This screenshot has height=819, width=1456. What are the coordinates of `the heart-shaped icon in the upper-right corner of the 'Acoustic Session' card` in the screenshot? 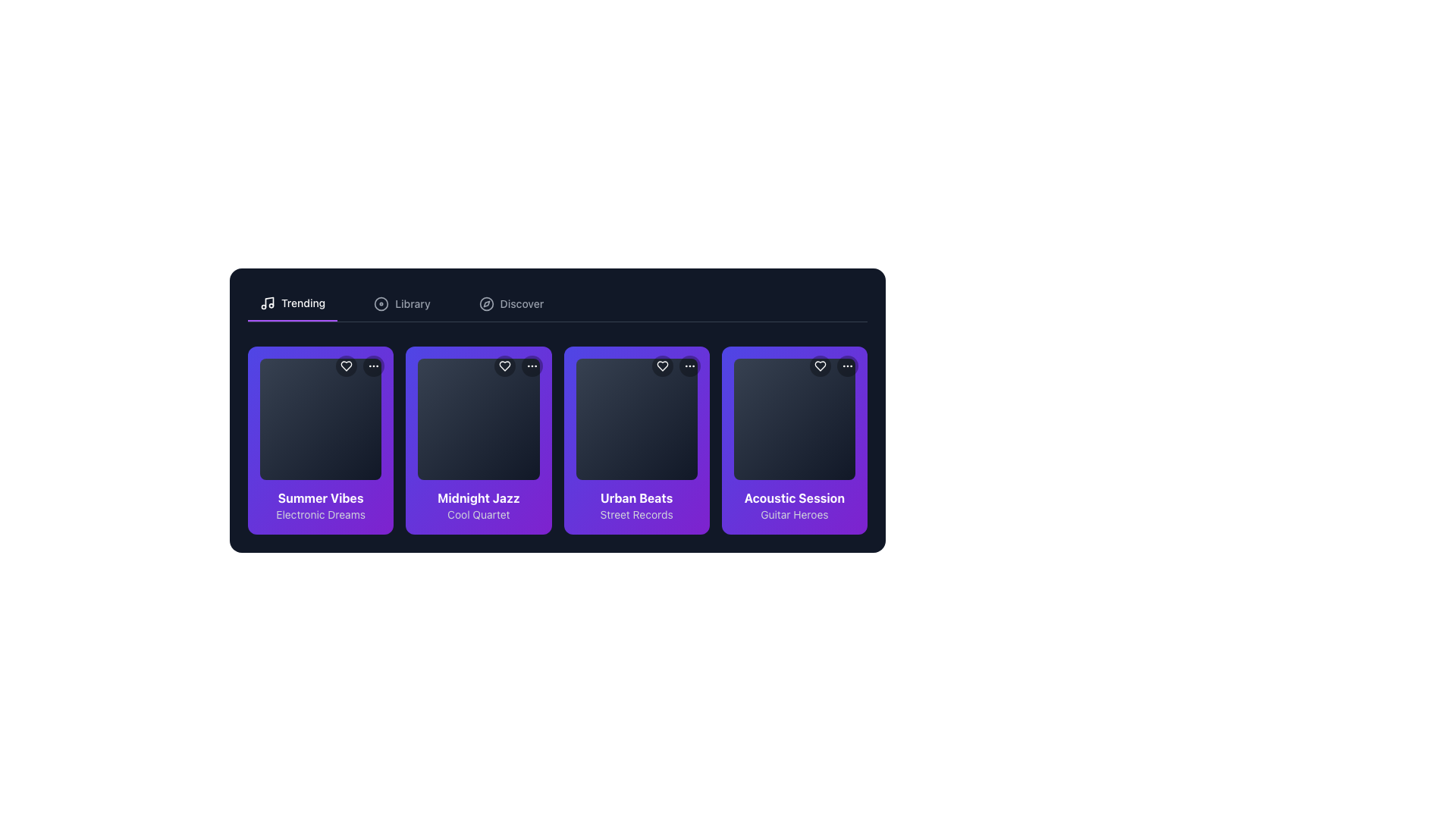 It's located at (819, 366).